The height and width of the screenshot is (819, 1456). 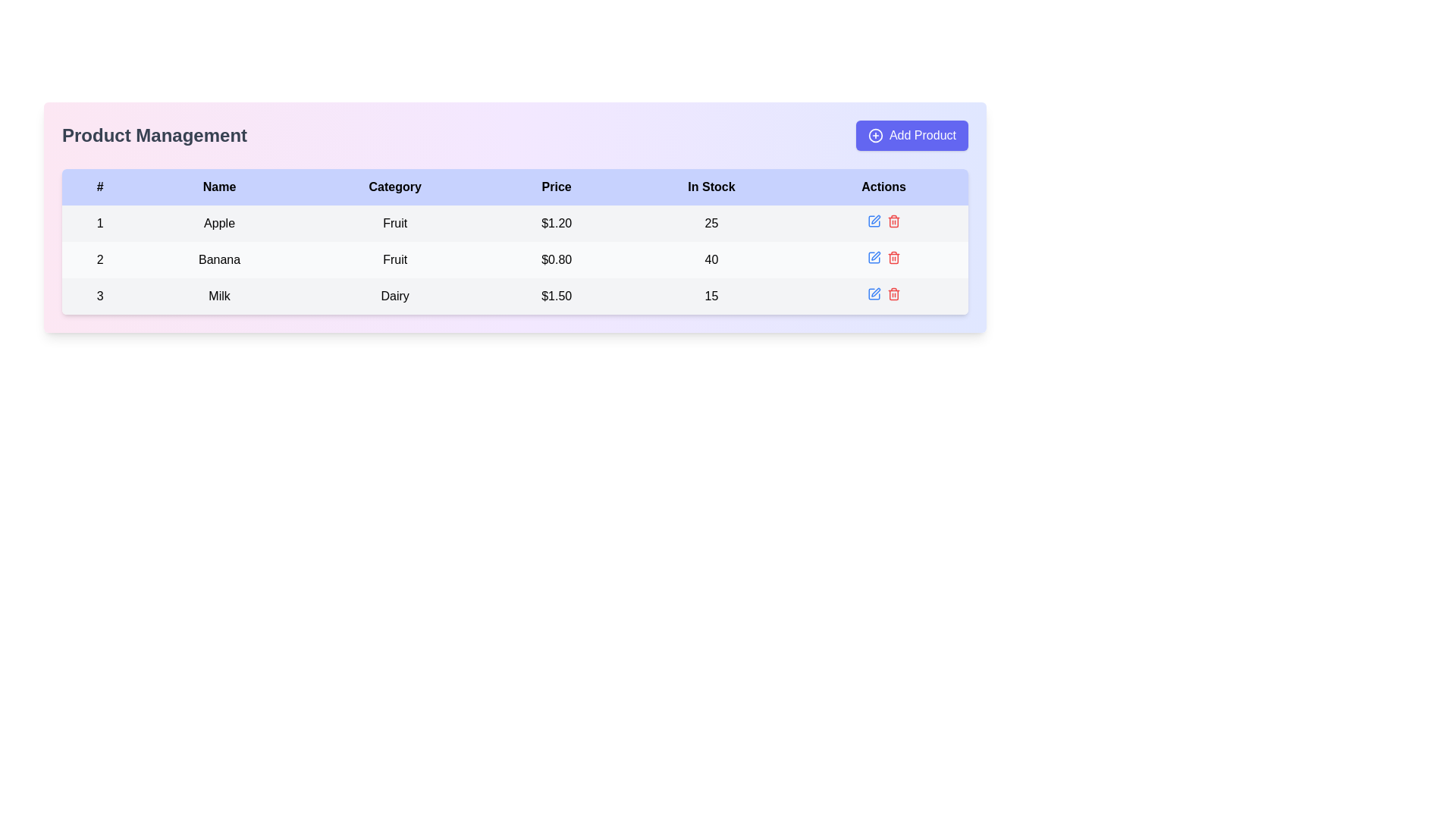 What do you see at coordinates (874, 221) in the screenshot?
I see `the edit icon located in the top-right corner of the square icon in the last row of the 'Actions' column of the data table to initiate an edit action` at bounding box center [874, 221].